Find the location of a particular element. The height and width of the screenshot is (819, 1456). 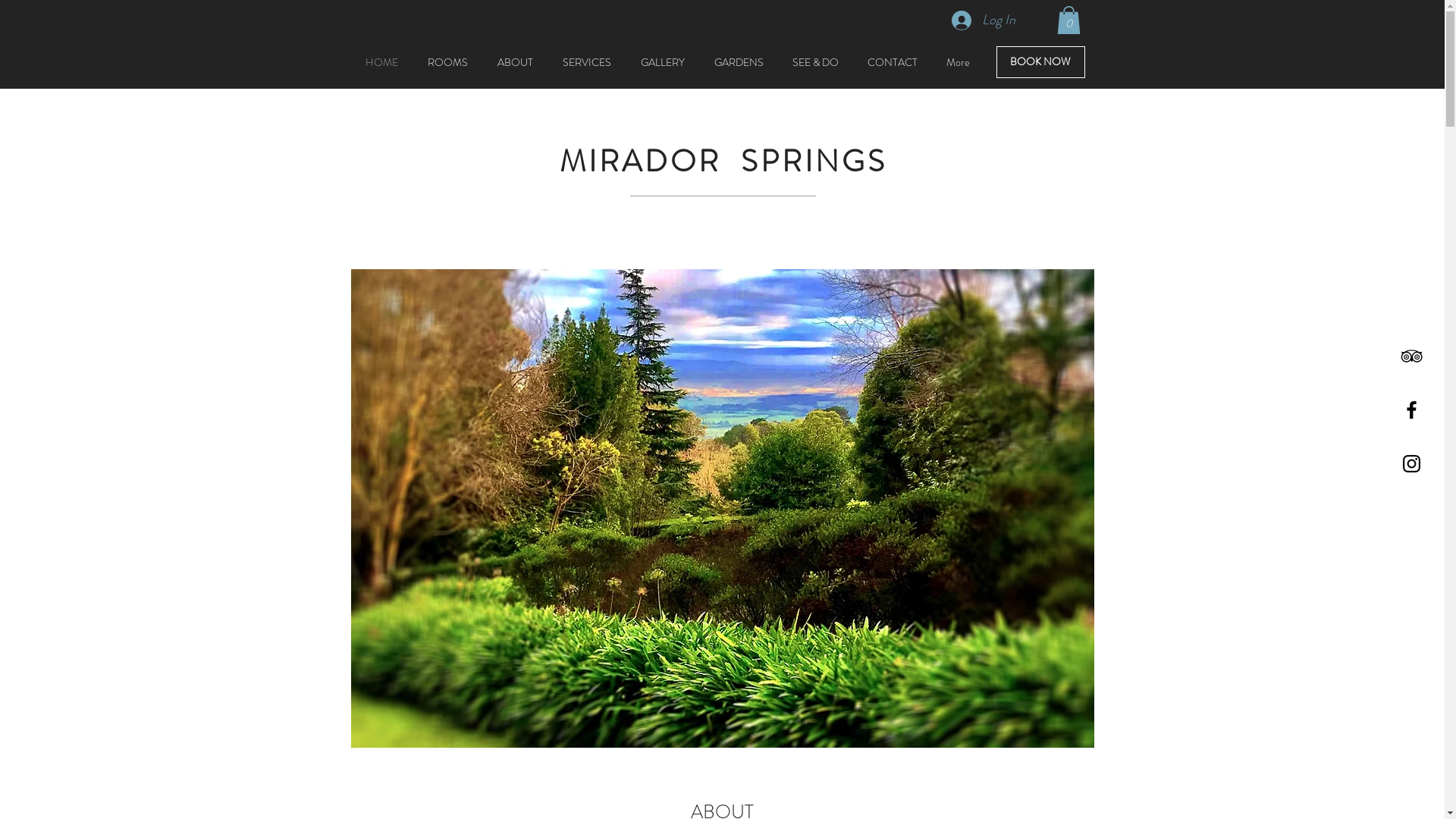

'CONTACT' is located at coordinates (892, 61).